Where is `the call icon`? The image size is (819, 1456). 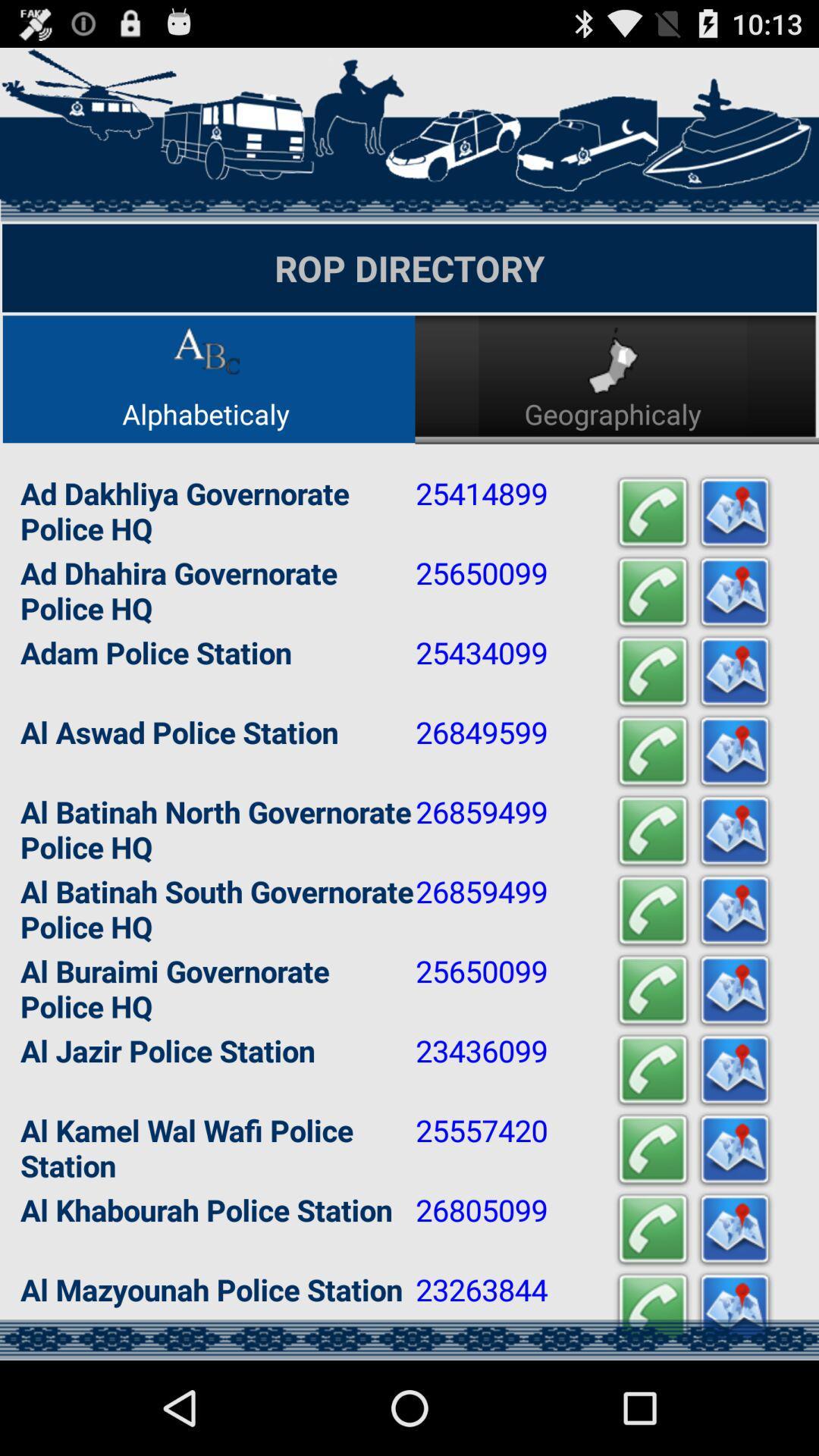 the call icon is located at coordinates (651, 548).